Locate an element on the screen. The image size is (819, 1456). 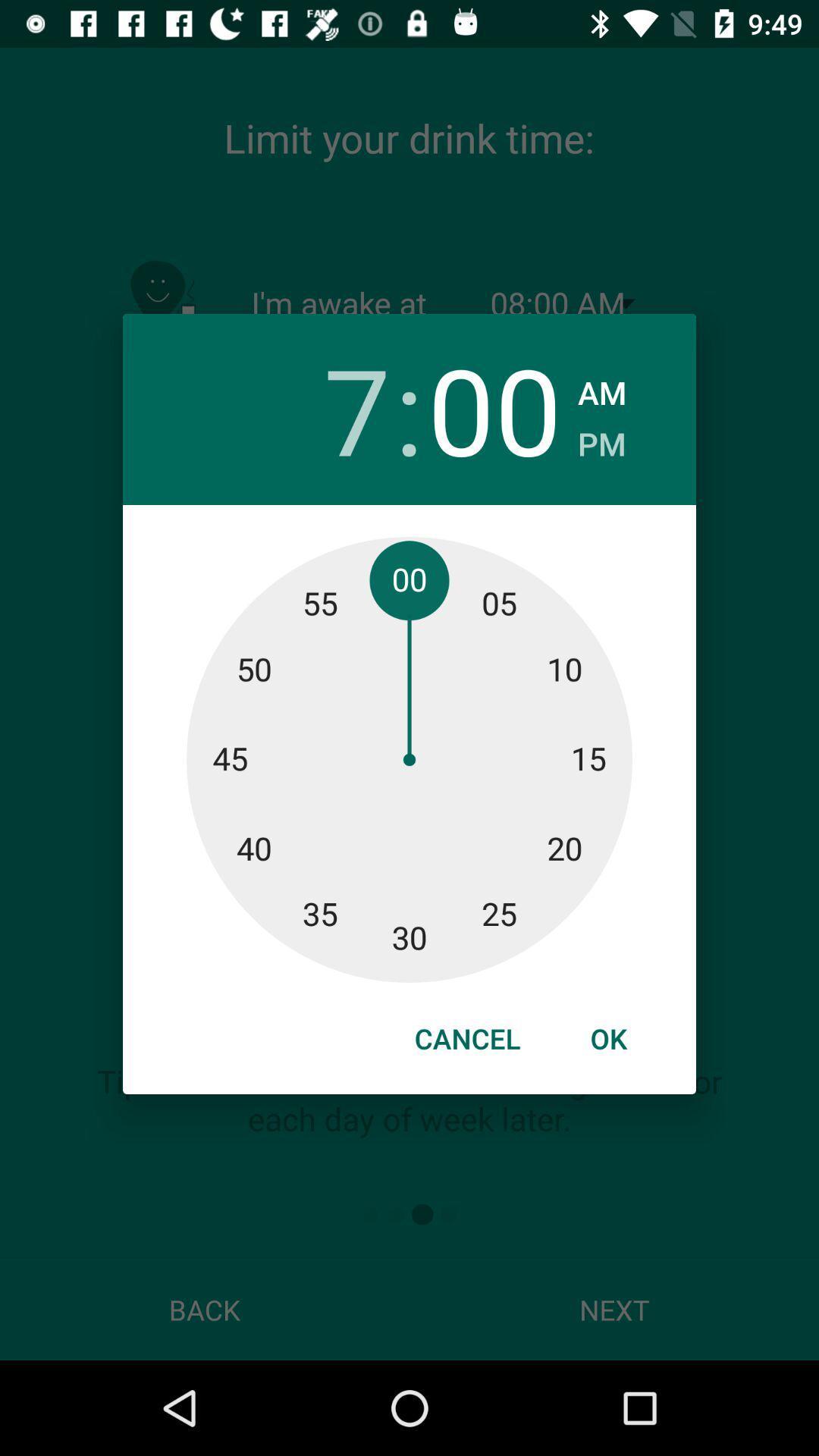
item next to 00 icon is located at coordinates (601, 388).